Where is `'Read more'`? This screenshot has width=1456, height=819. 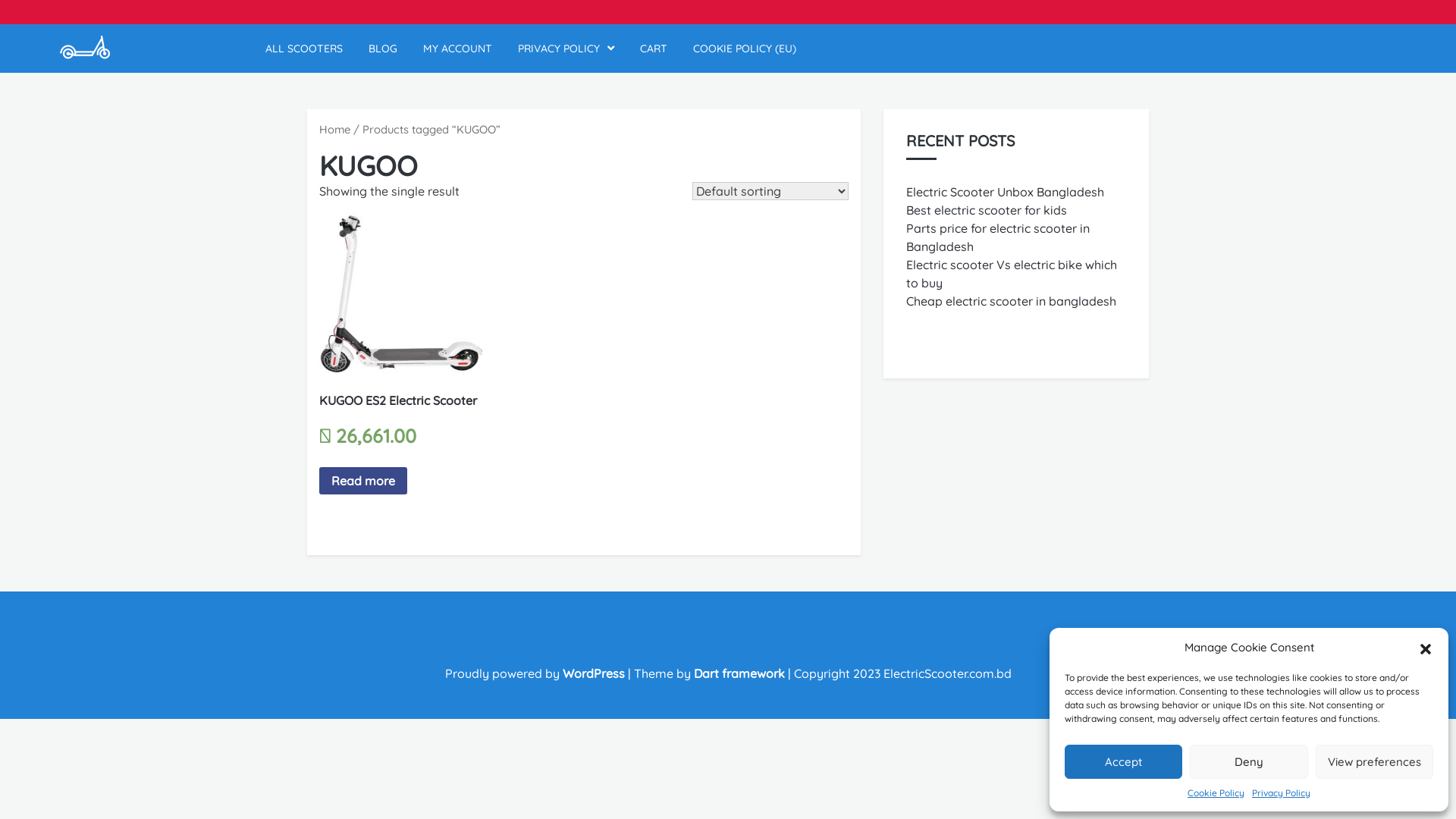
'Read more' is located at coordinates (362, 480).